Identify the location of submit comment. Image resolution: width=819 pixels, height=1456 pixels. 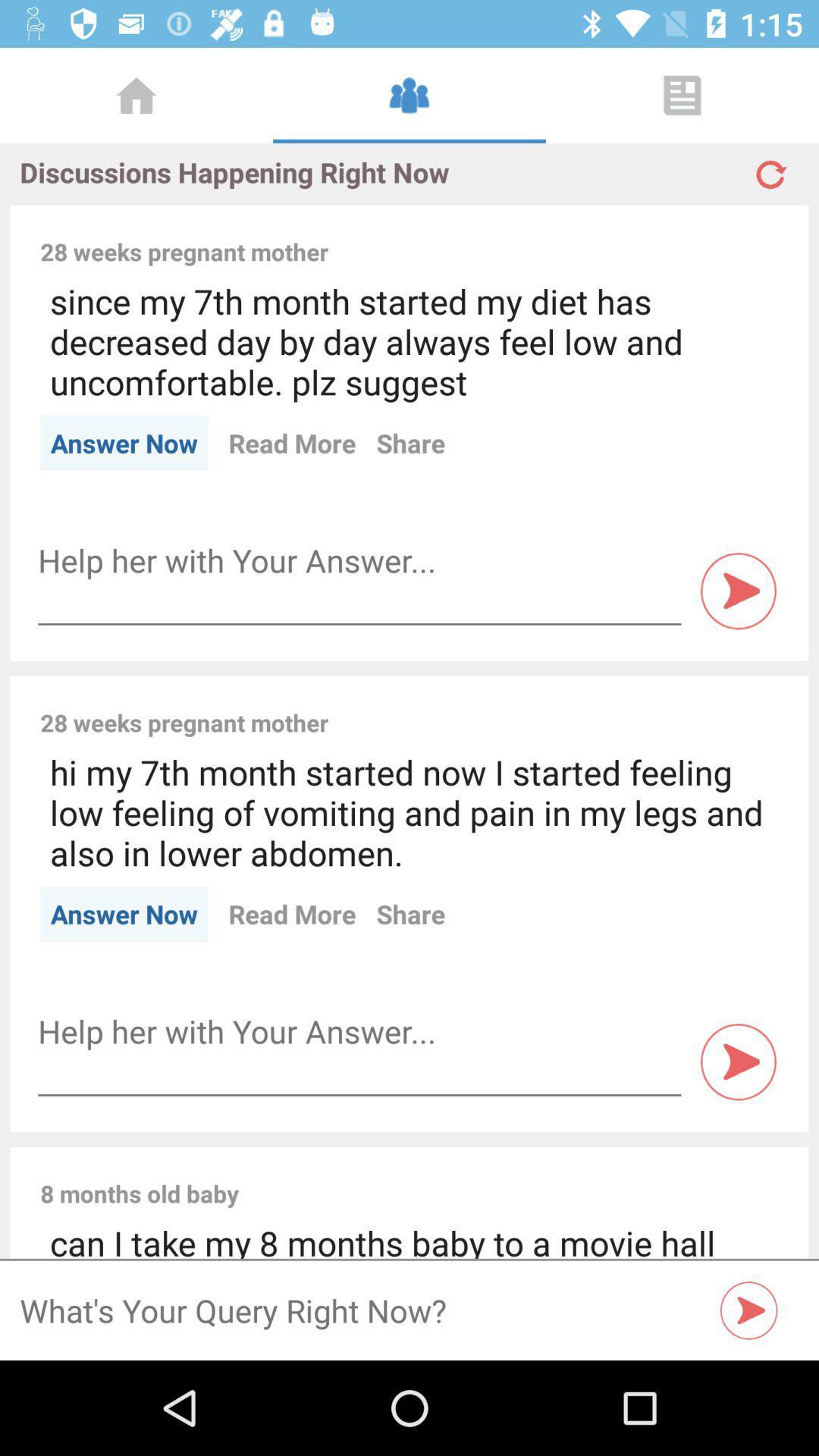
(738, 590).